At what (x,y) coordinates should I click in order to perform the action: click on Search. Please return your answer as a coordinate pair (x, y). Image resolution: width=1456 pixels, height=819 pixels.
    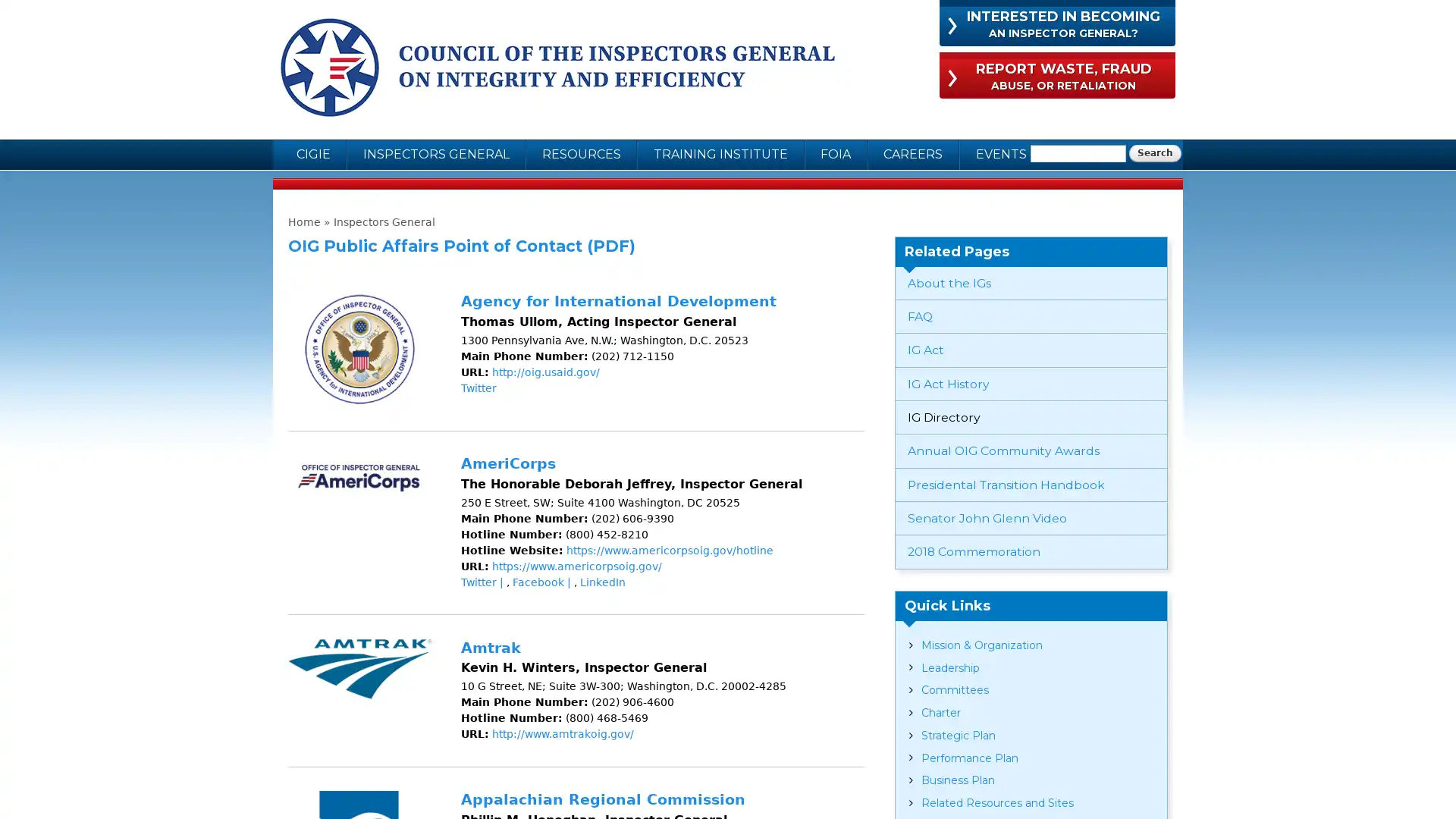
    Looking at the image, I should click on (1154, 153).